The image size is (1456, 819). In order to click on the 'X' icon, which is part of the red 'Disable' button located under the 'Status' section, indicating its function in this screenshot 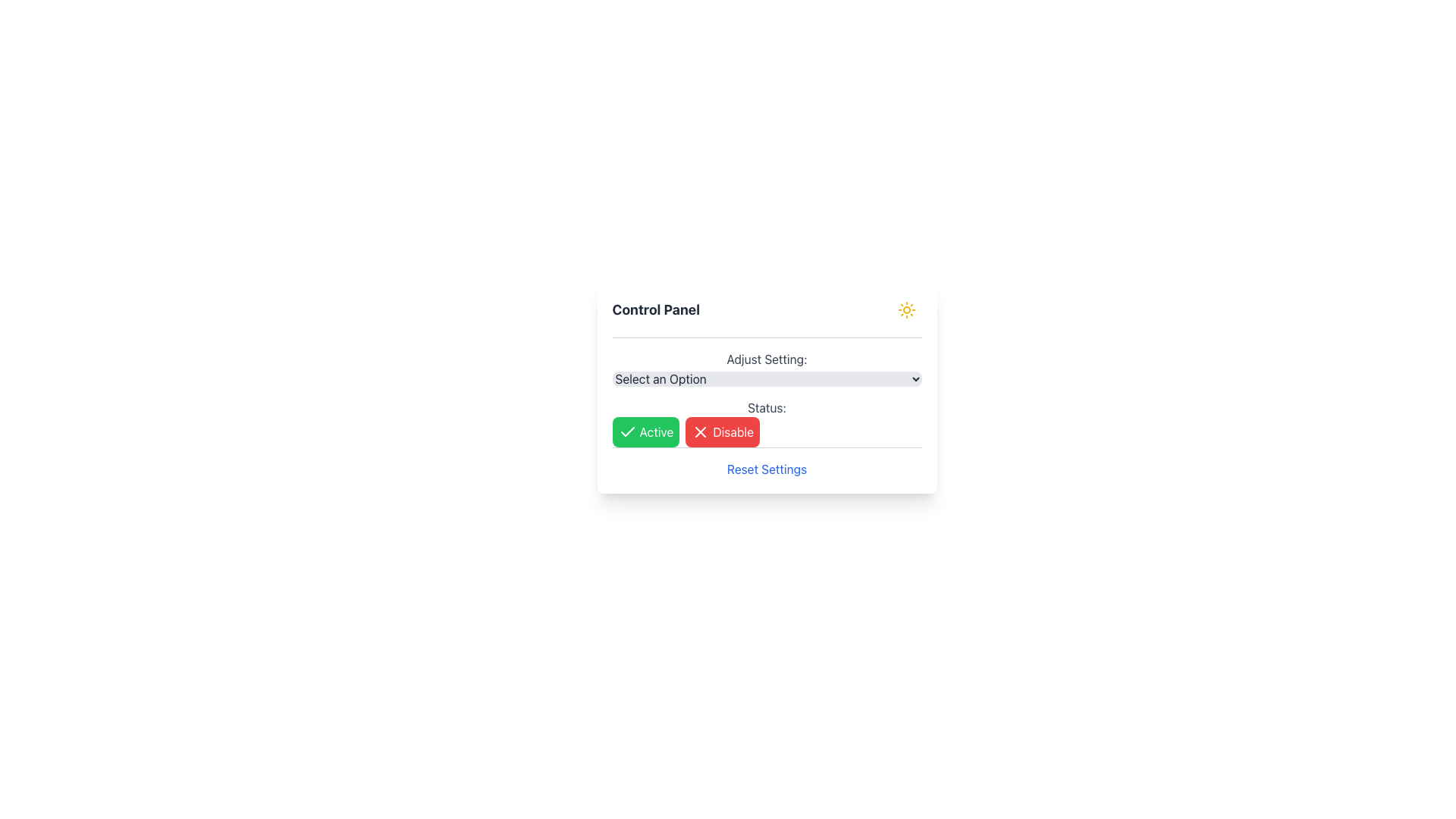, I will do `click(700, 432)`.